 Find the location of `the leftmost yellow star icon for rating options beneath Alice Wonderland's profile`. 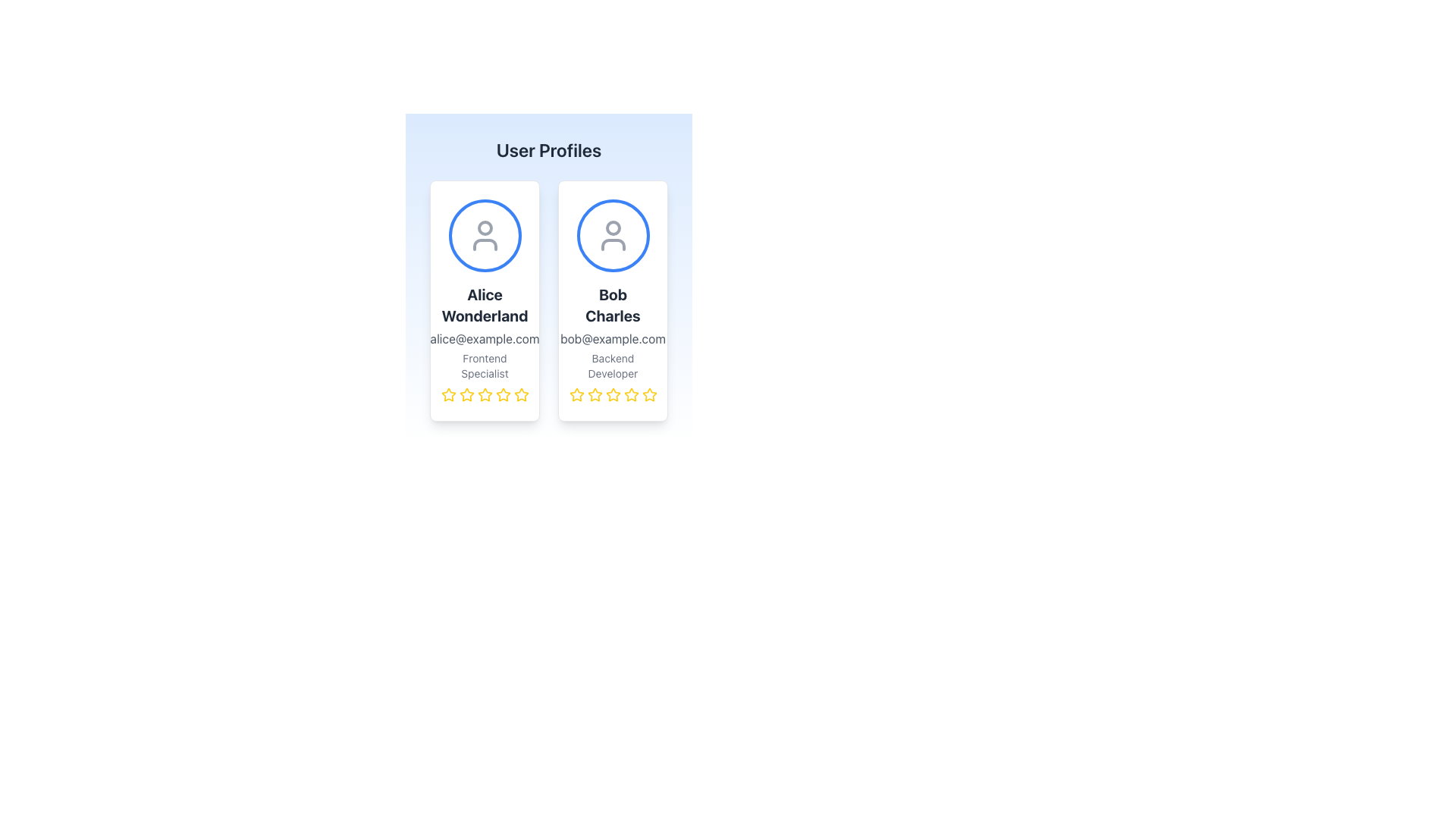

the leftmost yellow star icon for rating options beneath Alice Wonderland's profile is located at coordinates (466, 394).